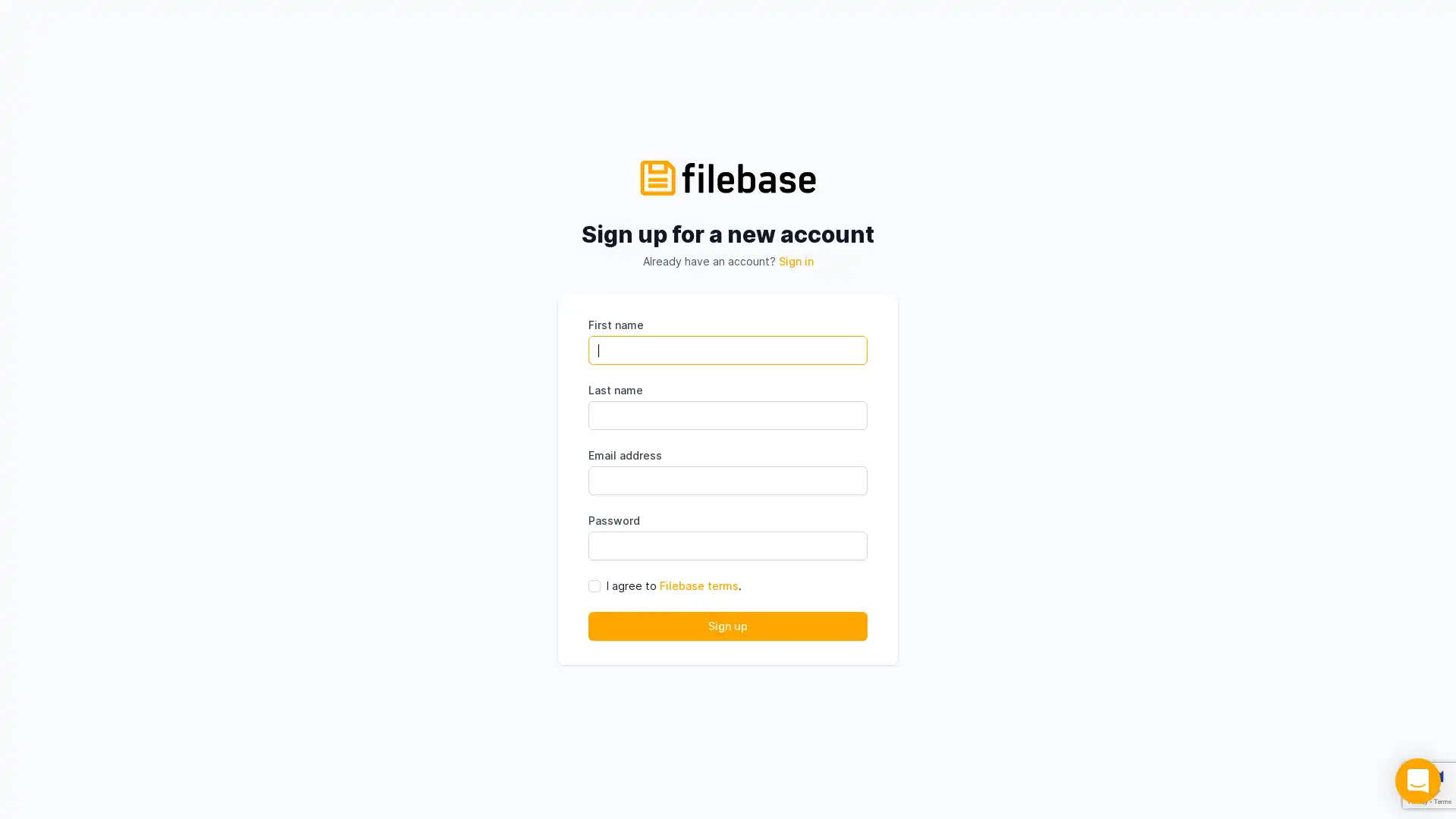 The height and width of the screenshot is (819, 1456). Describe the element at coordinates (728, 626) in the screenshot. I see `Sign up` at that location.